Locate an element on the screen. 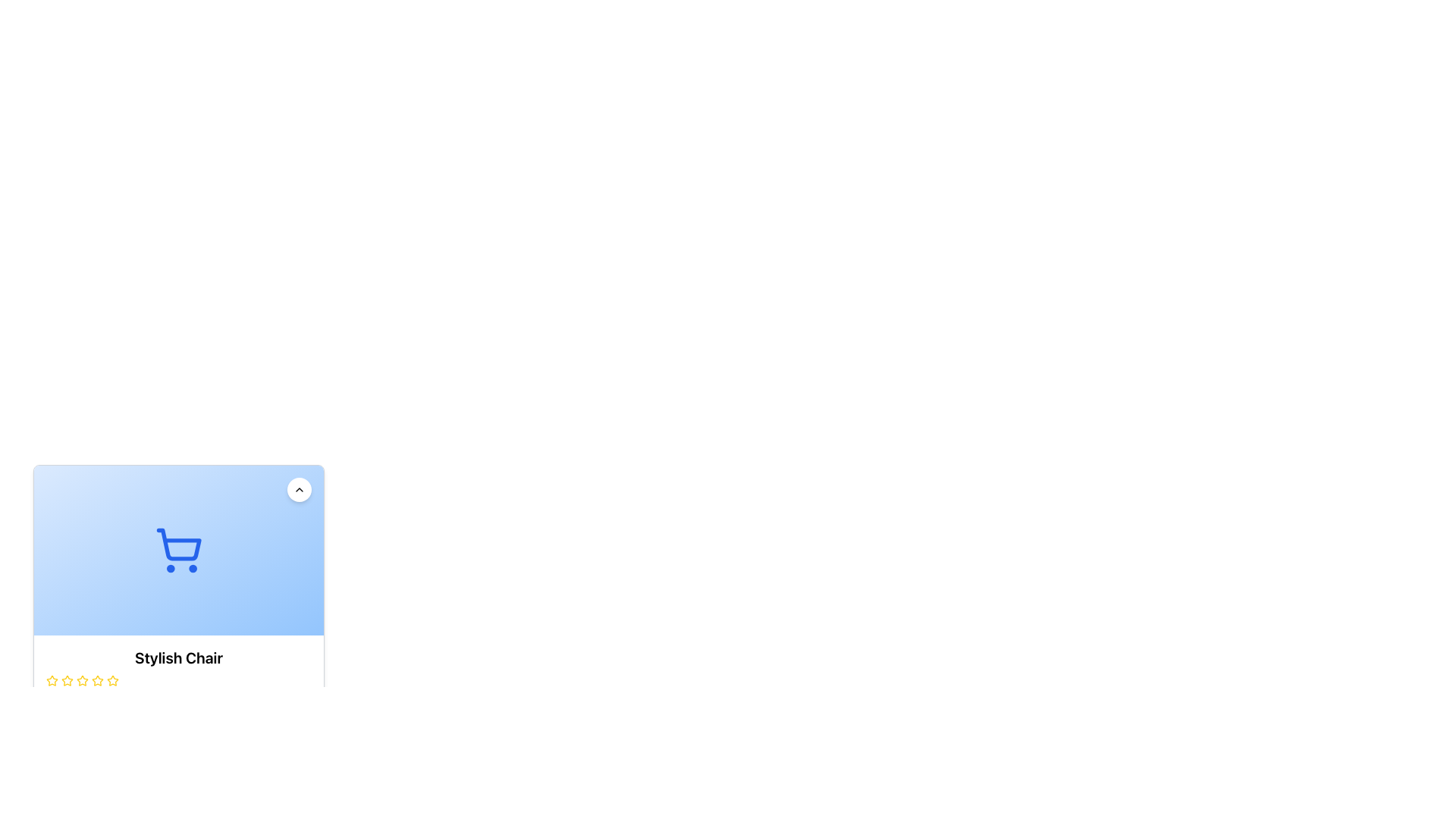 Image resolution: width=1456 pixels, height=819 pixels. the fifth yellow star icon in the rating system below the title 'Stylish Chair' for interaction purposes is located at coordinates (82, 680).